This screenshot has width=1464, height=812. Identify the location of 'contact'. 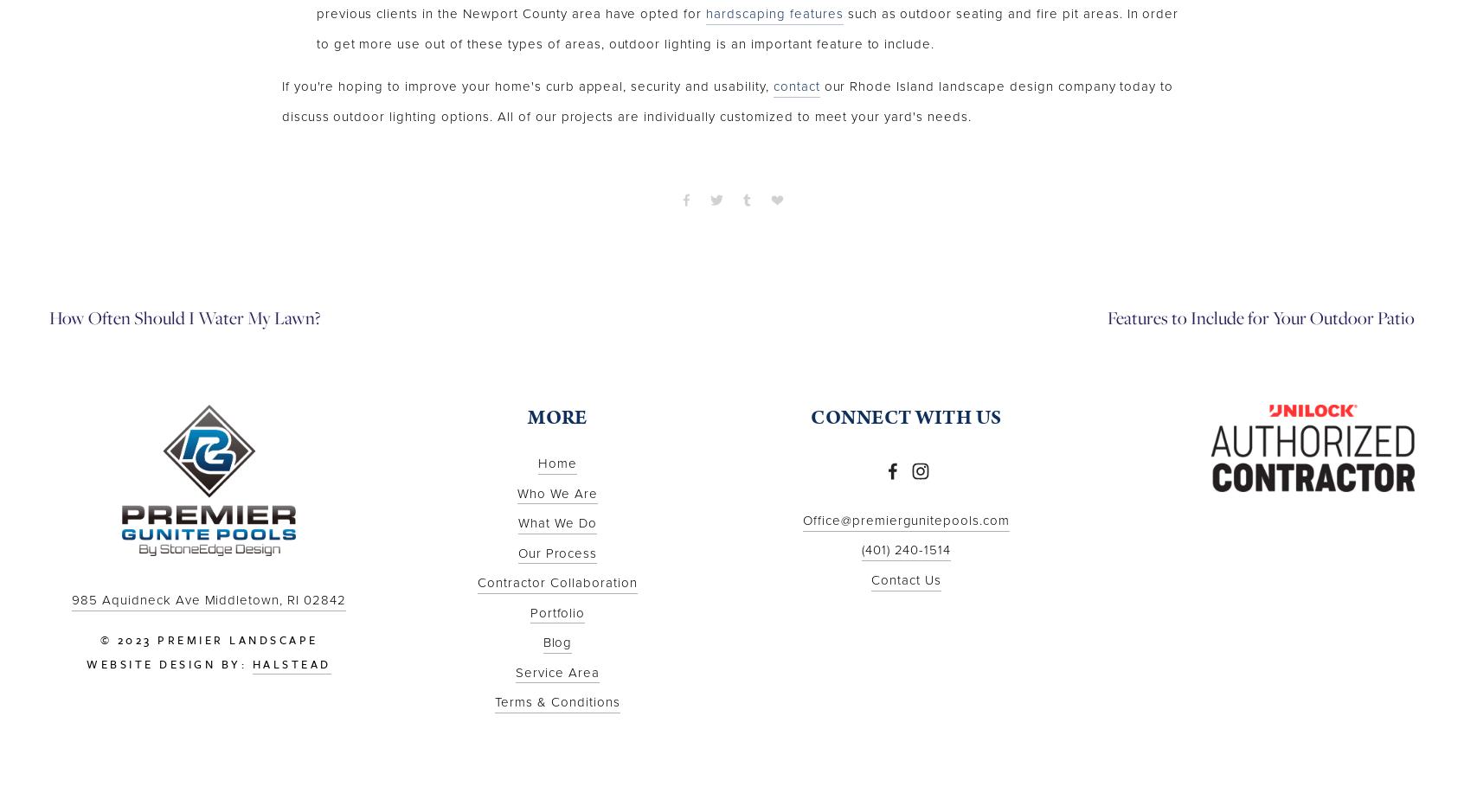
(772, 86).